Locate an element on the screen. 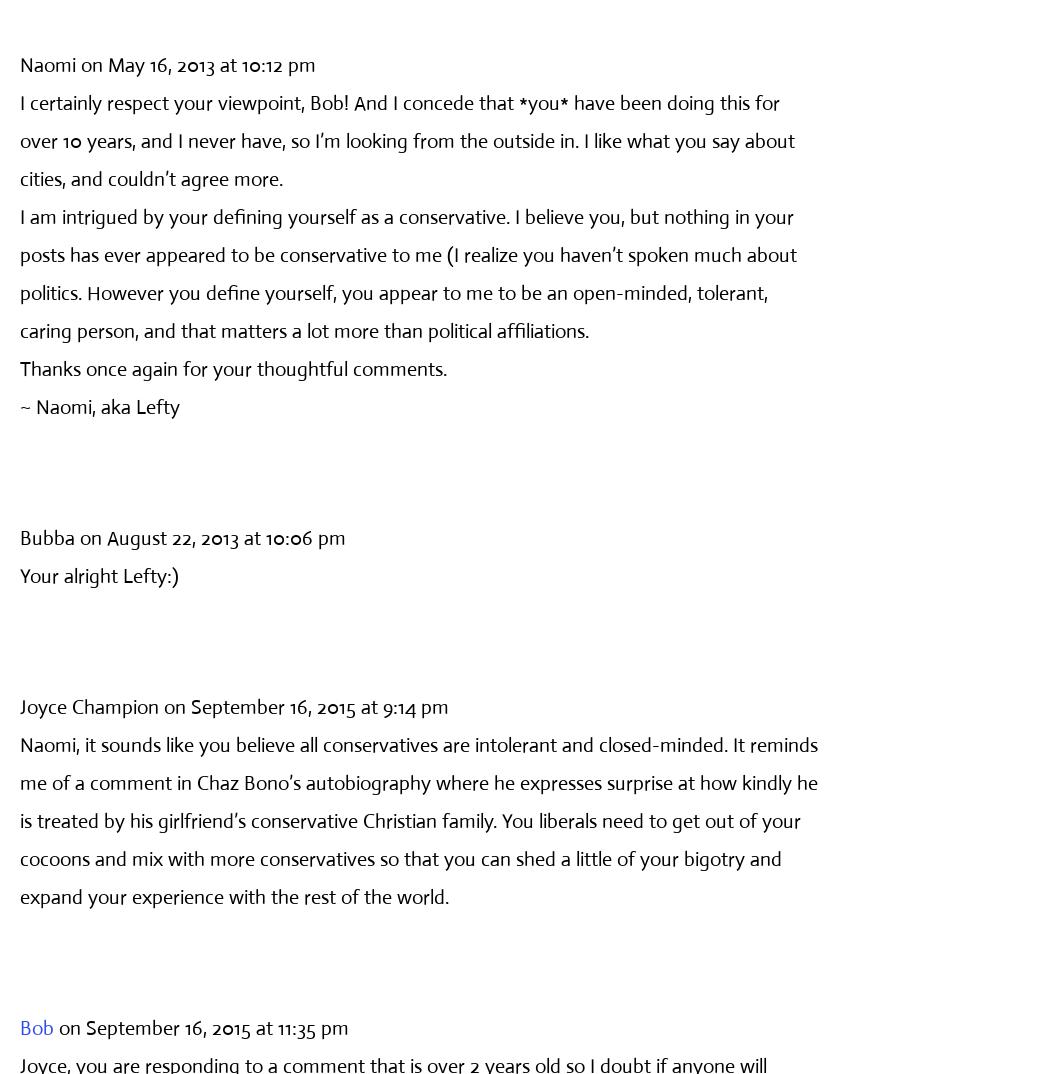 The width and height of the screenshot is (1050, 1074). 'Naomi' is located at coordinates (46, 64).